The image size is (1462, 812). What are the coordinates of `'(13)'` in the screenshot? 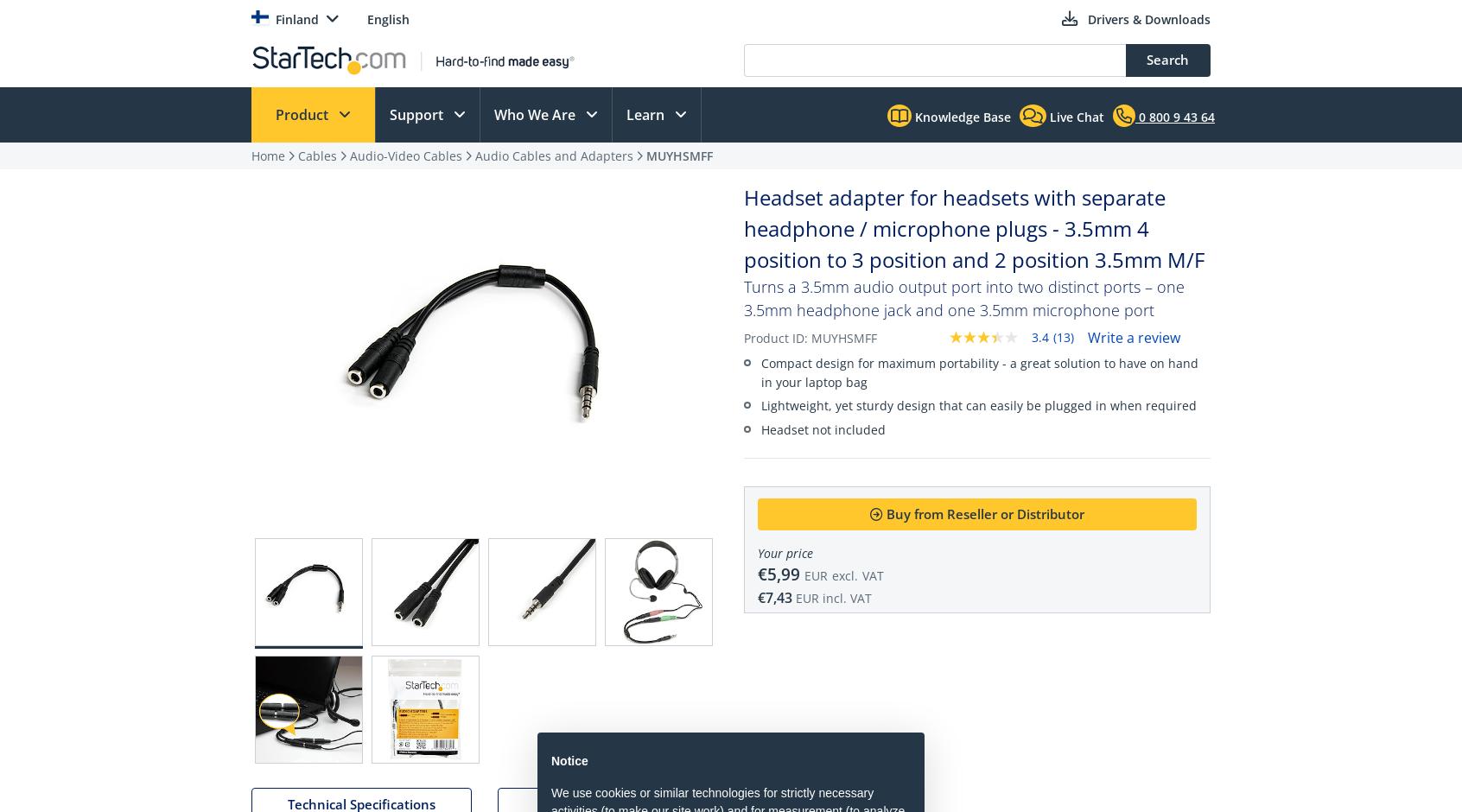 It's located at (1063, 335).